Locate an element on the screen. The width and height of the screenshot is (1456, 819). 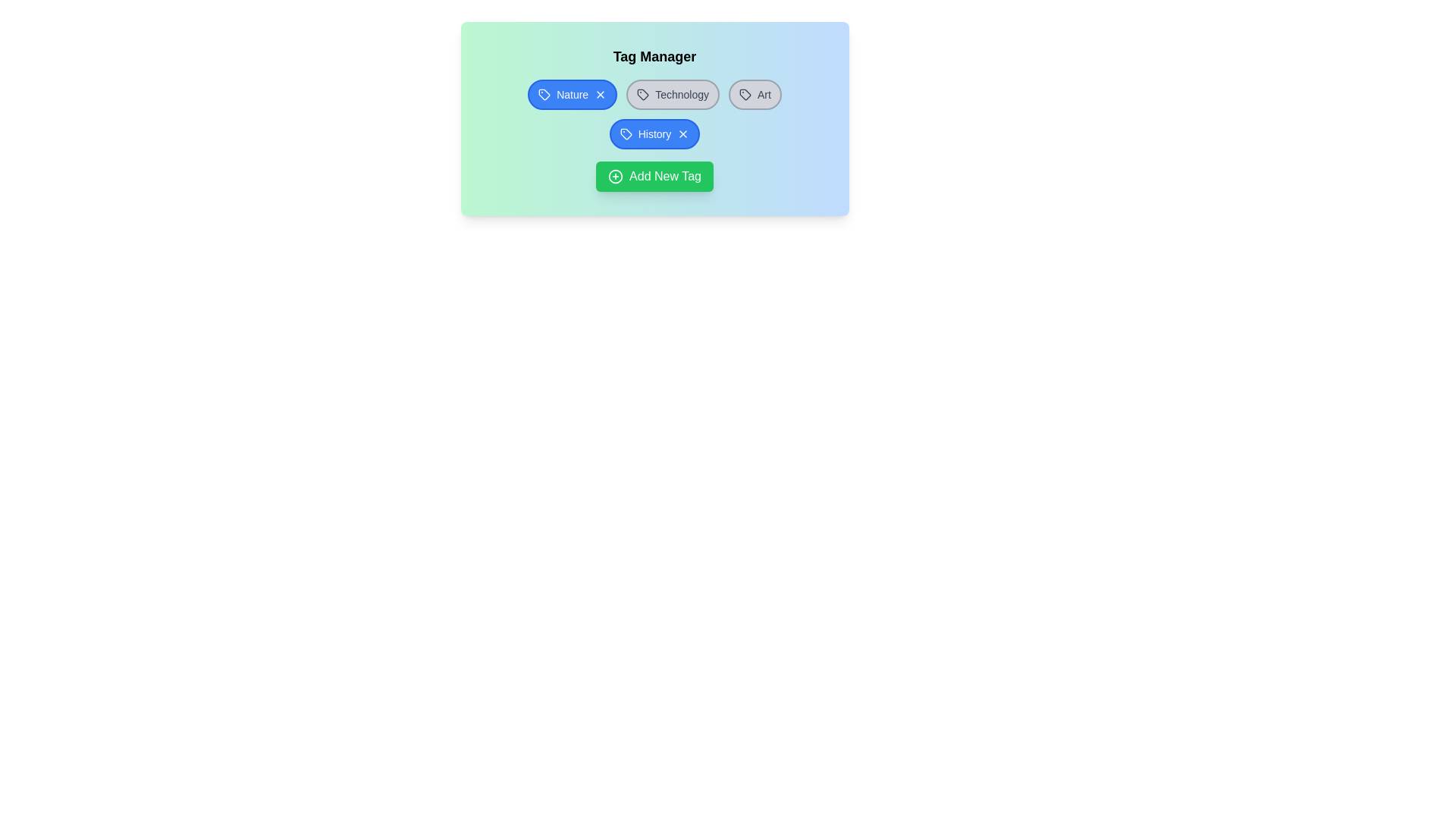
the tag labeled Nature to toggle its selection is located at coordinates (572, 94).